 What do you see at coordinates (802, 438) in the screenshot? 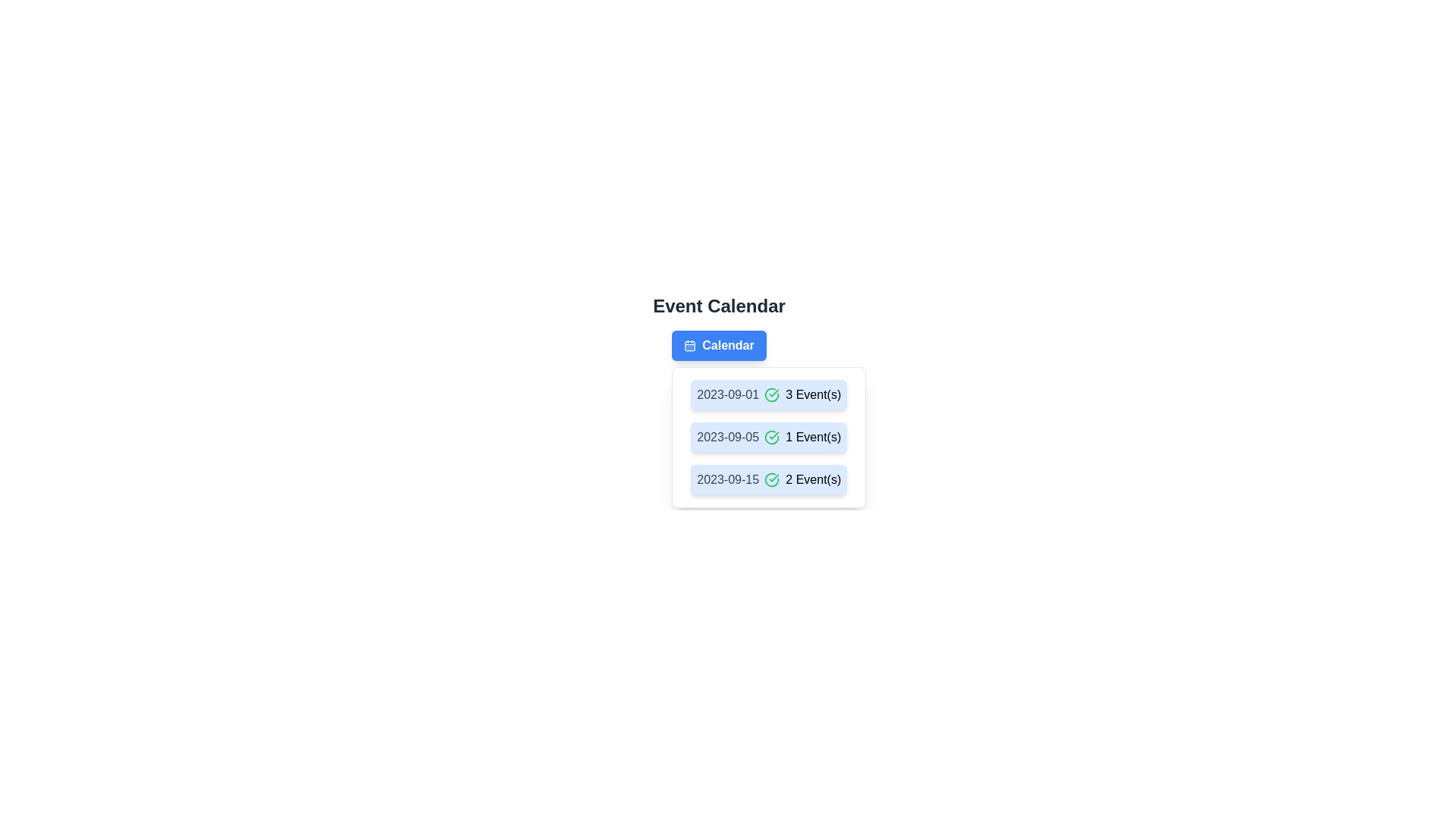
I see `the text '1 Event(s)' with a green checkmark icon, located on the second row of the event calendar list, to the right of the date '2023-09-05'` at bounding box center [802, 438].